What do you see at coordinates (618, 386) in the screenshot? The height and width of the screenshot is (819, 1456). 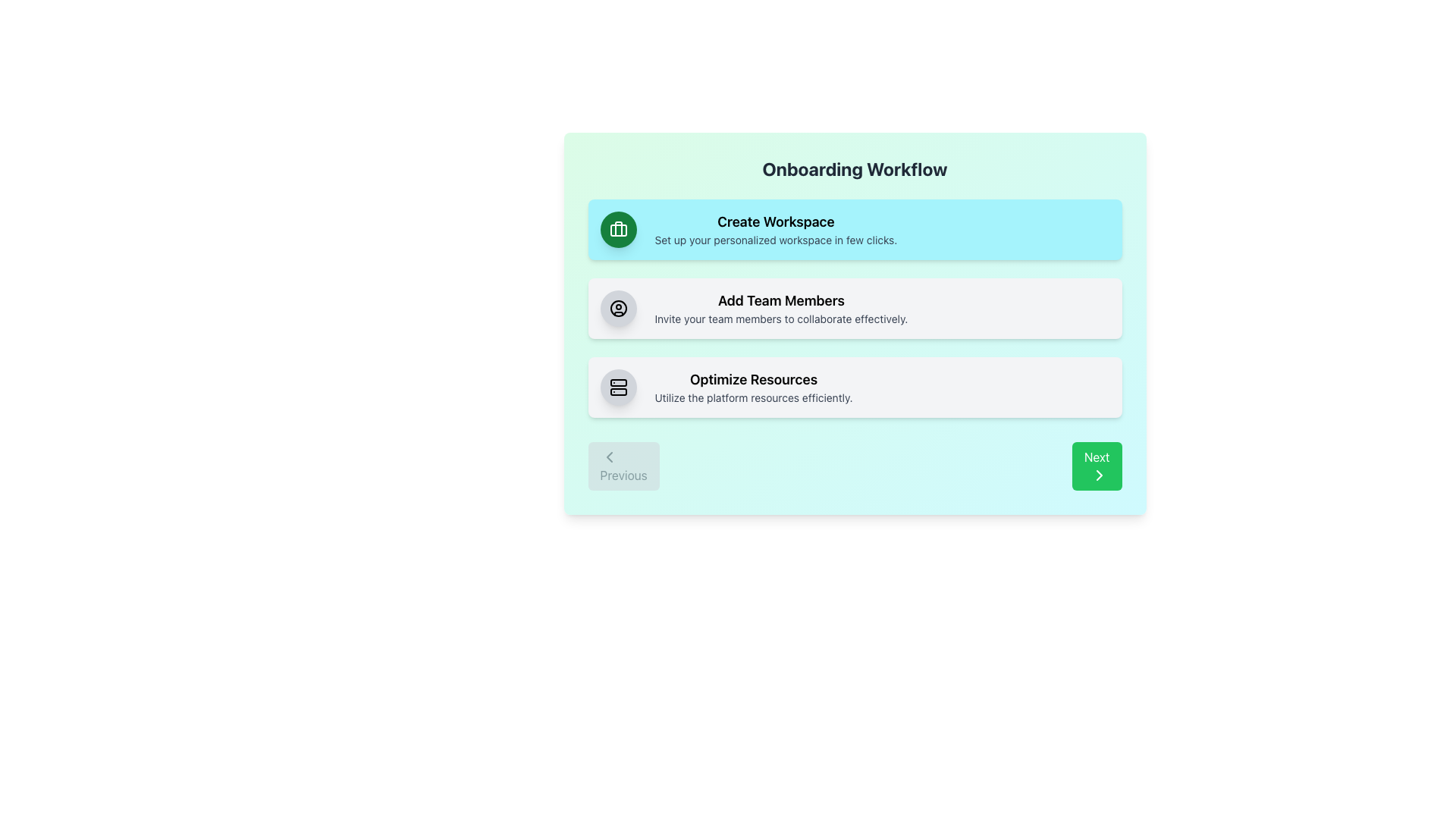 I see `the decorative 'Optimize Resources' icon button located on the left side of the 'Optimize Resources' description` at bounding box center [618, 386].